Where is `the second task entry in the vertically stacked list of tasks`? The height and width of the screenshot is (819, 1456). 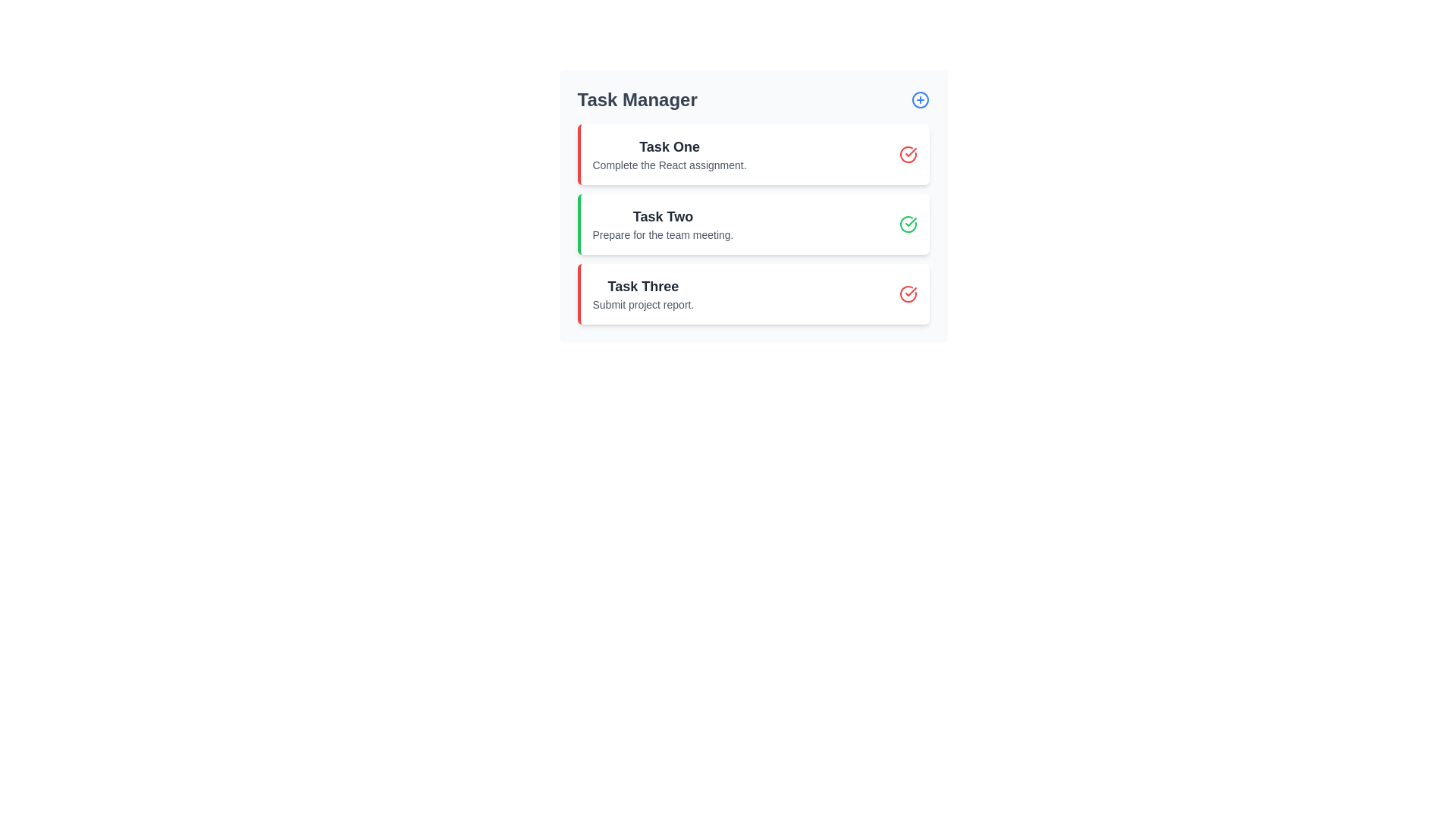 the second task entry in the vertically stacked list of tasks is located at coordinates (663, 224).